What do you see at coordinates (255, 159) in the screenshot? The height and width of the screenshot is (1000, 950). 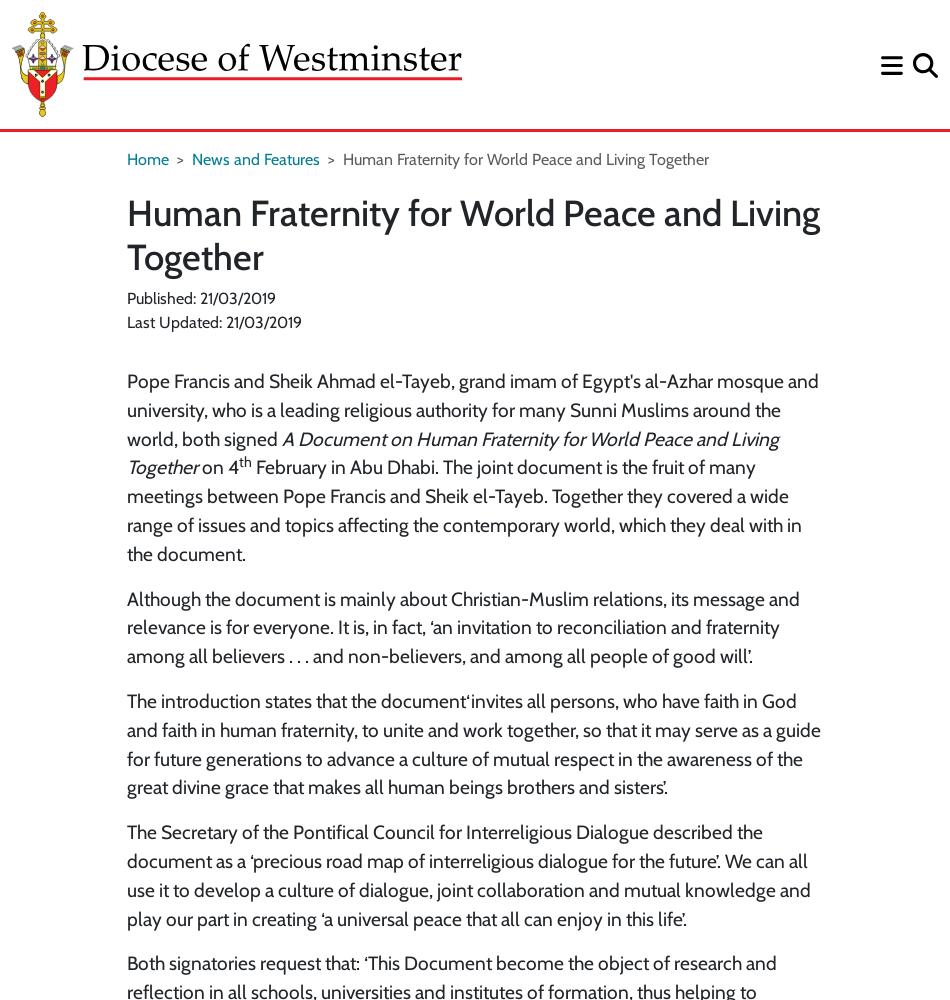 I see `'News and Features'` at bounding box center [255, 159].